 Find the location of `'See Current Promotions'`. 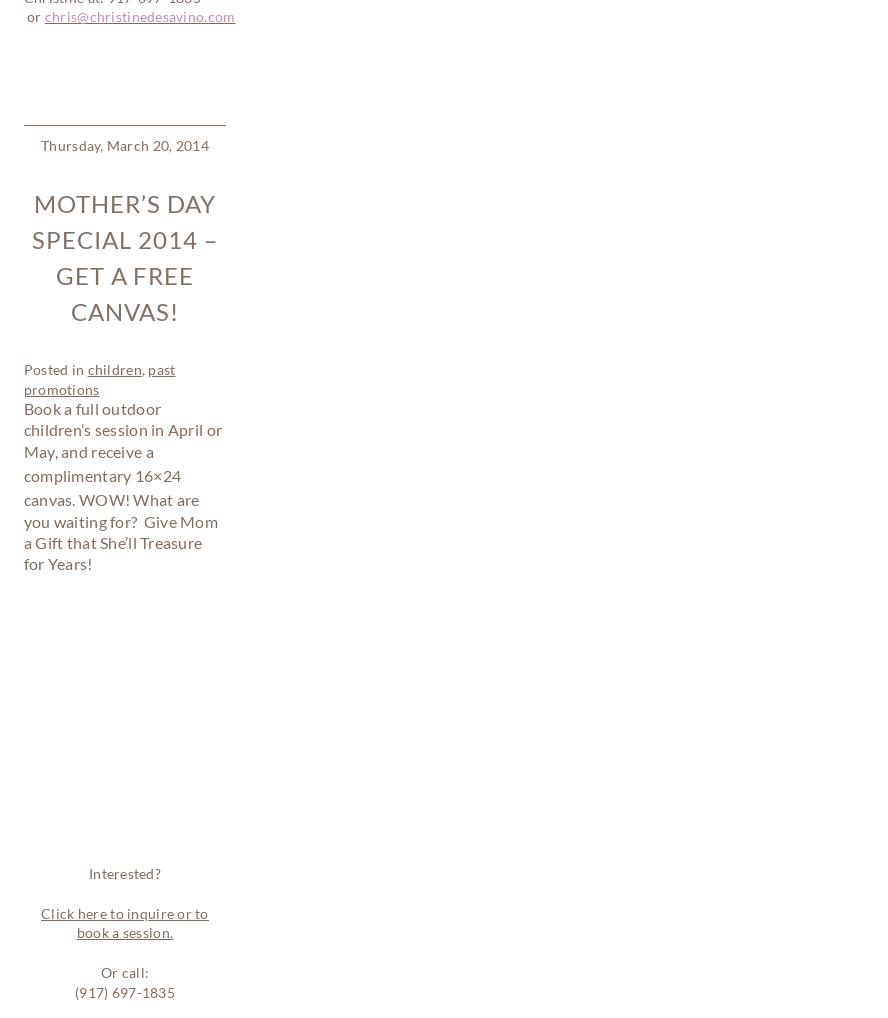

'See Current Promotions' is located at coordinates (127, 711).